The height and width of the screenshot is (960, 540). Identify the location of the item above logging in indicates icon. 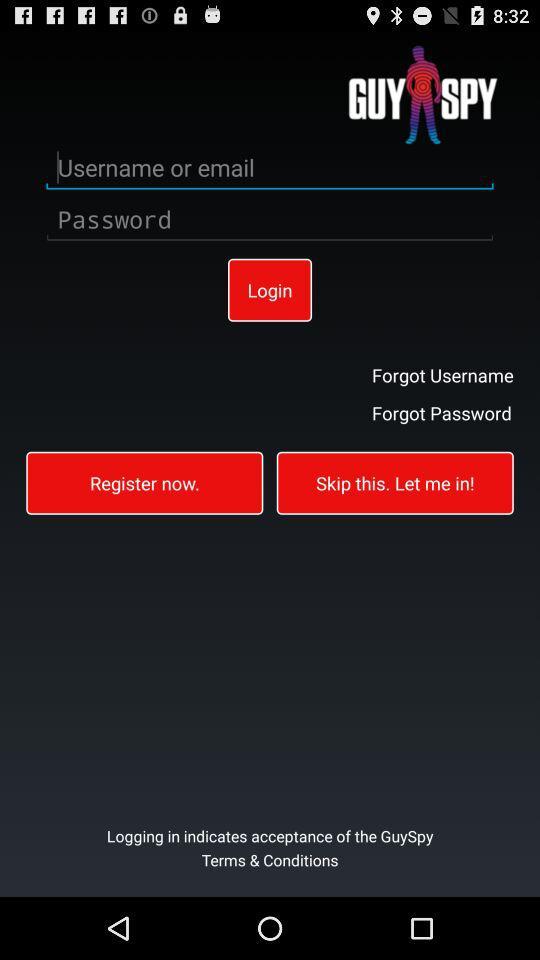
(395, 481).